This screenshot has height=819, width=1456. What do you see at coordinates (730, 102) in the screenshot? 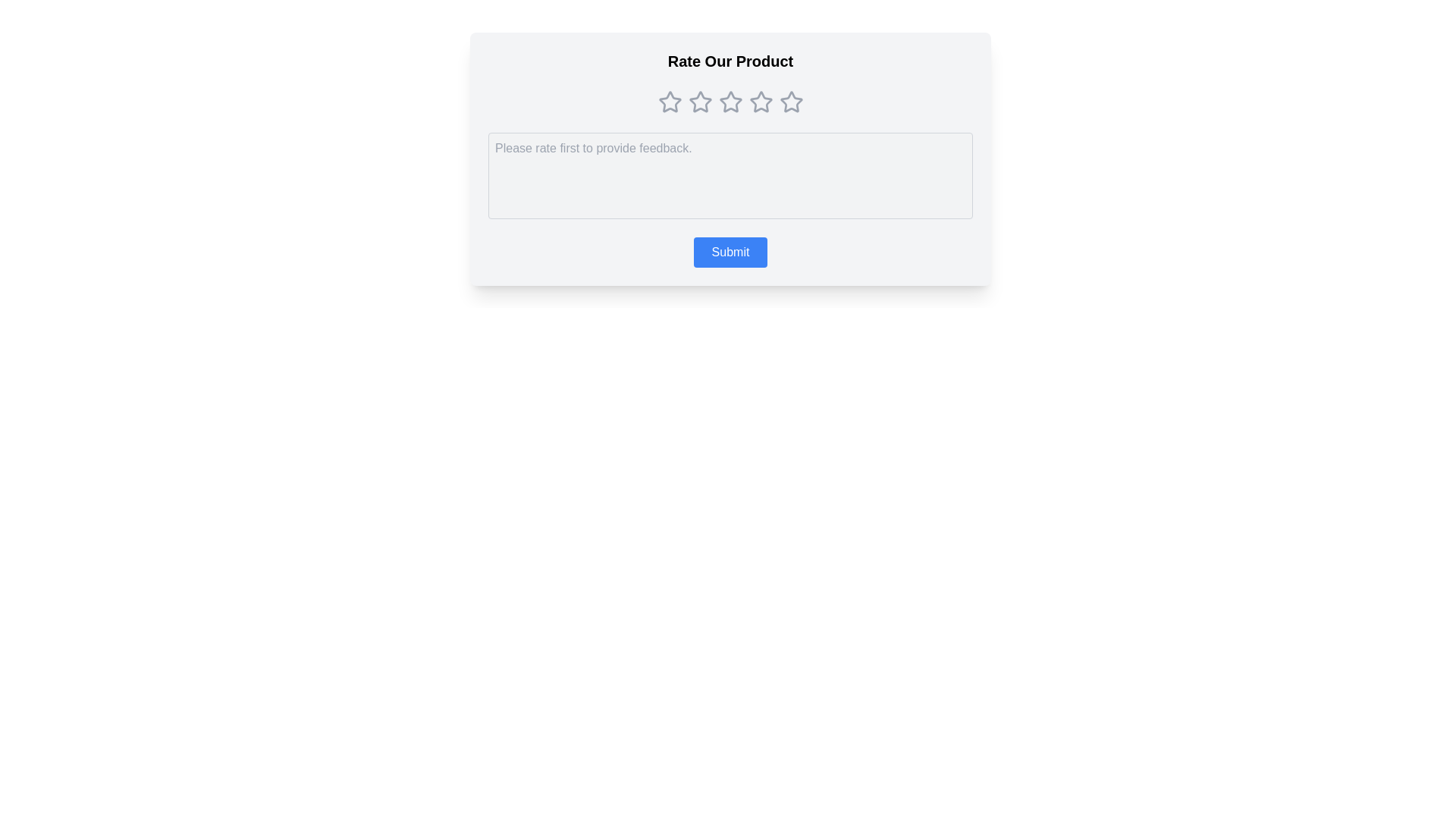
I see `the star icon in the rating component located under the title 'Rate Our Product'` at bounding box center [730, 102].